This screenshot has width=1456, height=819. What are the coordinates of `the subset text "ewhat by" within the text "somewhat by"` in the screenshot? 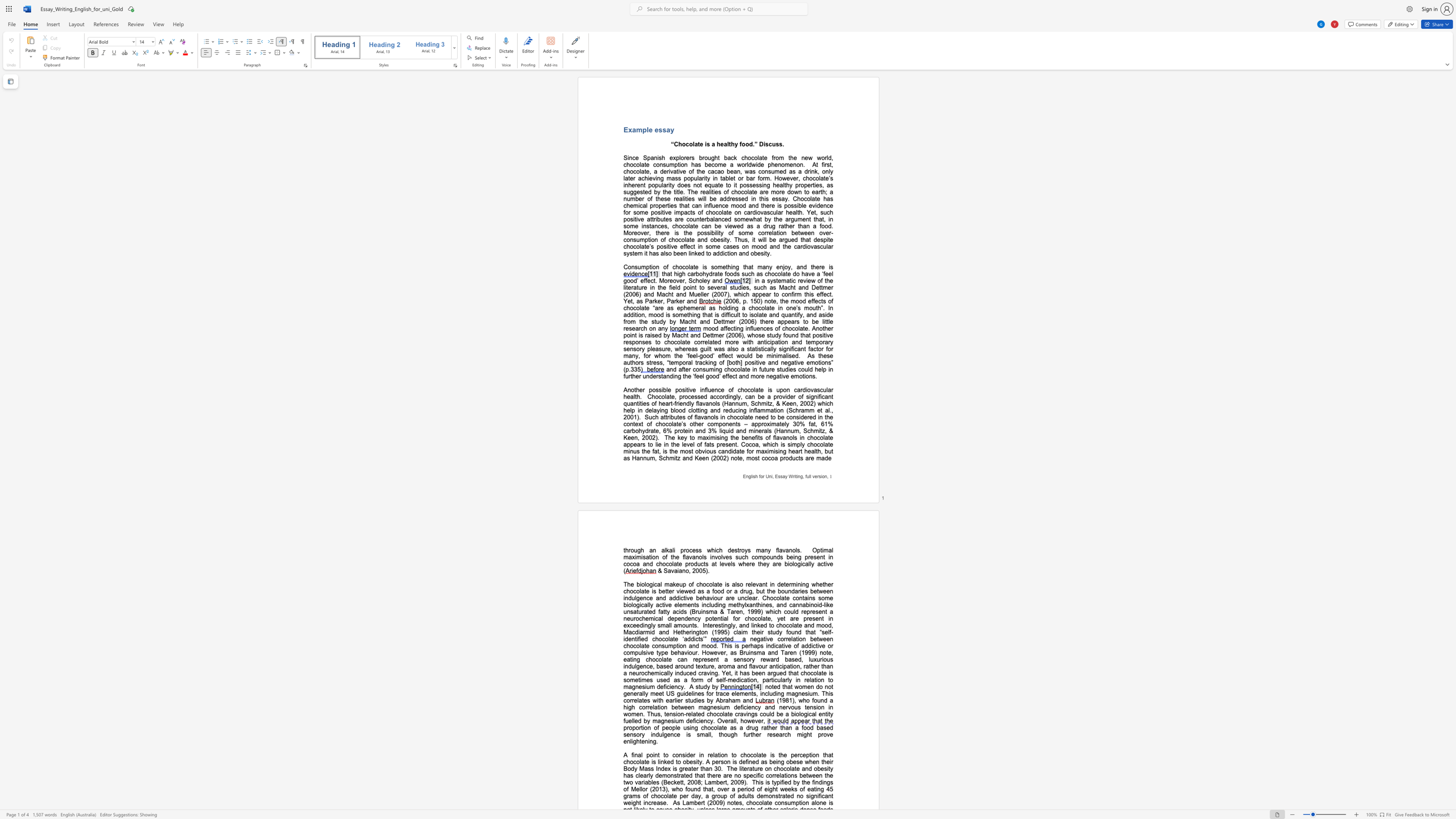 It's located at (746, 219).